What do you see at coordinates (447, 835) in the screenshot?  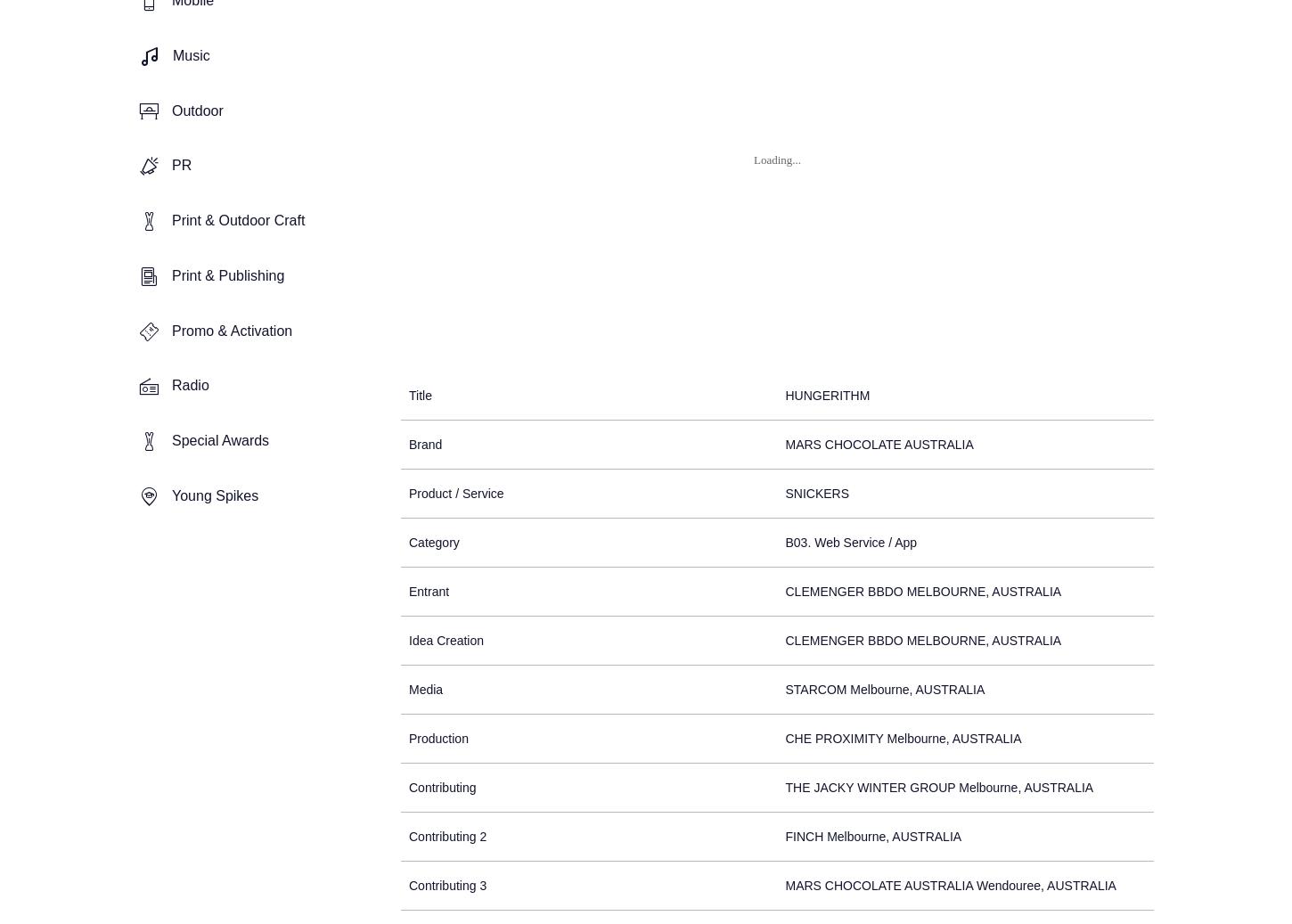 I see `'Contributing 2'` at bounding box center [447, 835].